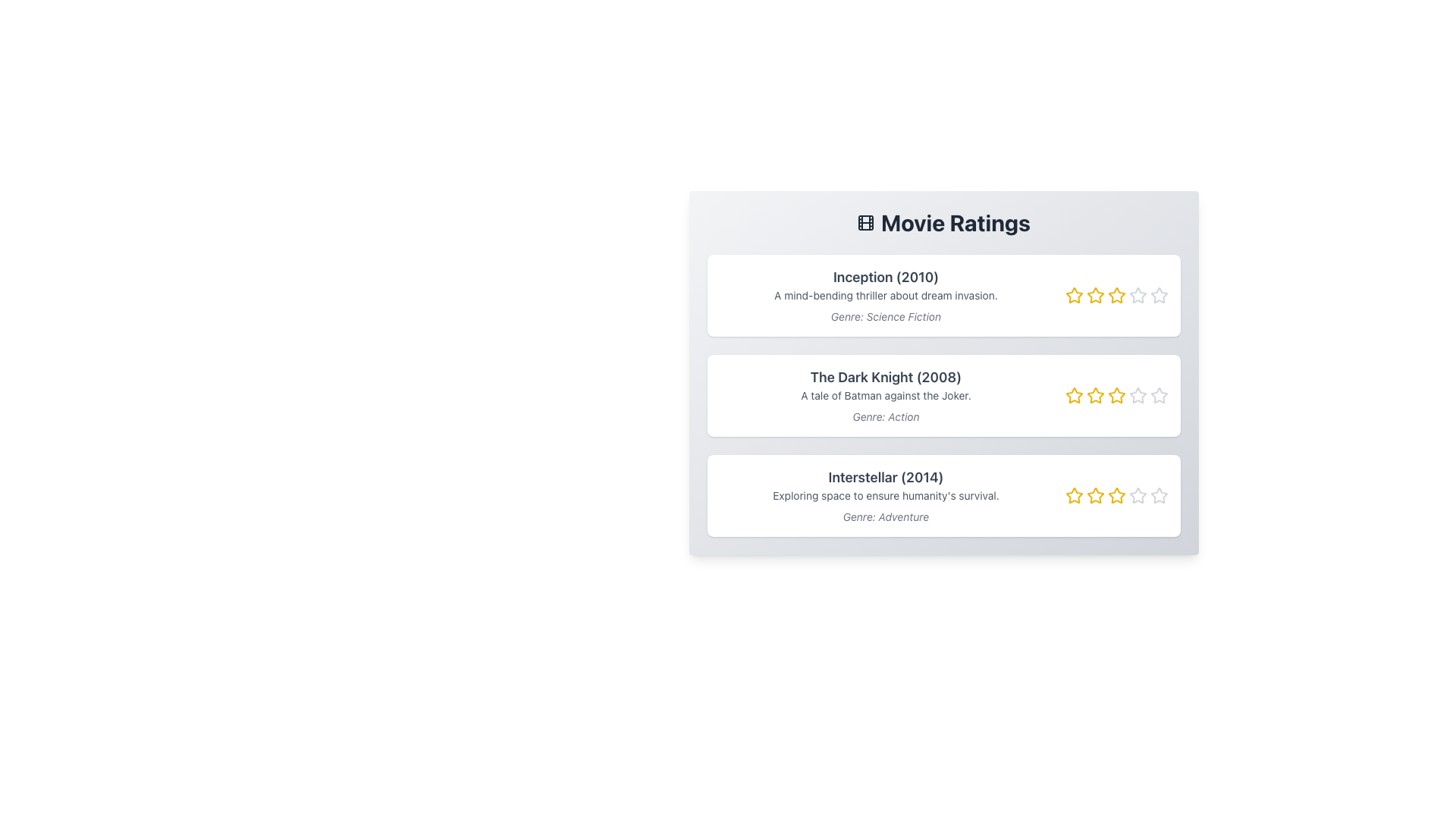 The height and width of the screenshot is (819, 1456). What do you see at coordinates (1158, 394) in the screenshot?
I see `the fifth star icon in the movie rating system for 'The Dark Knight (2008)'` at bounding box center [1158, 394].